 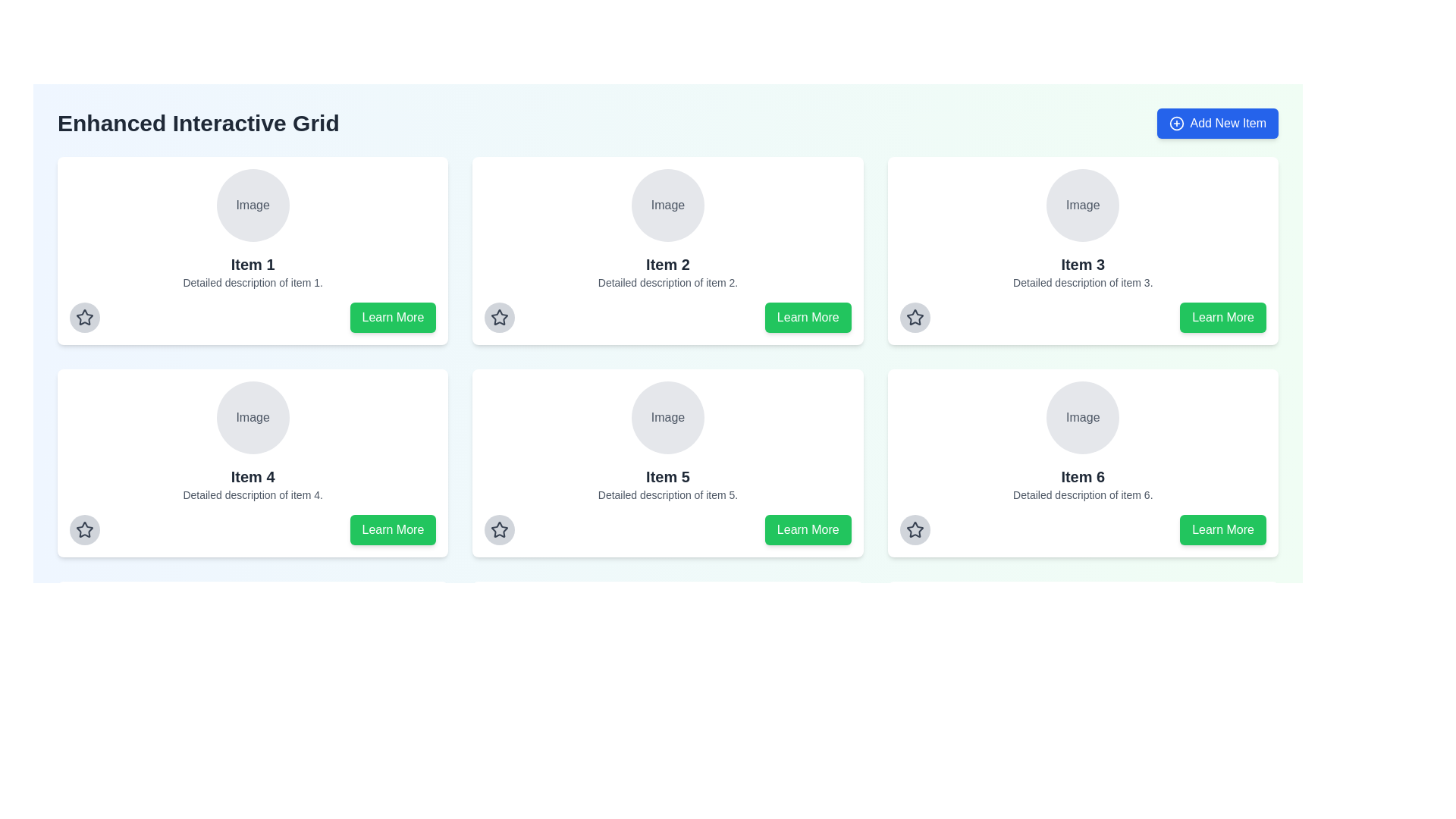 I want to click on the text element reading 'Detailed description of item 2.' which is styled with a gray font and located beneath the heading 'Item 2' within its card, so click(x=667, y=283).